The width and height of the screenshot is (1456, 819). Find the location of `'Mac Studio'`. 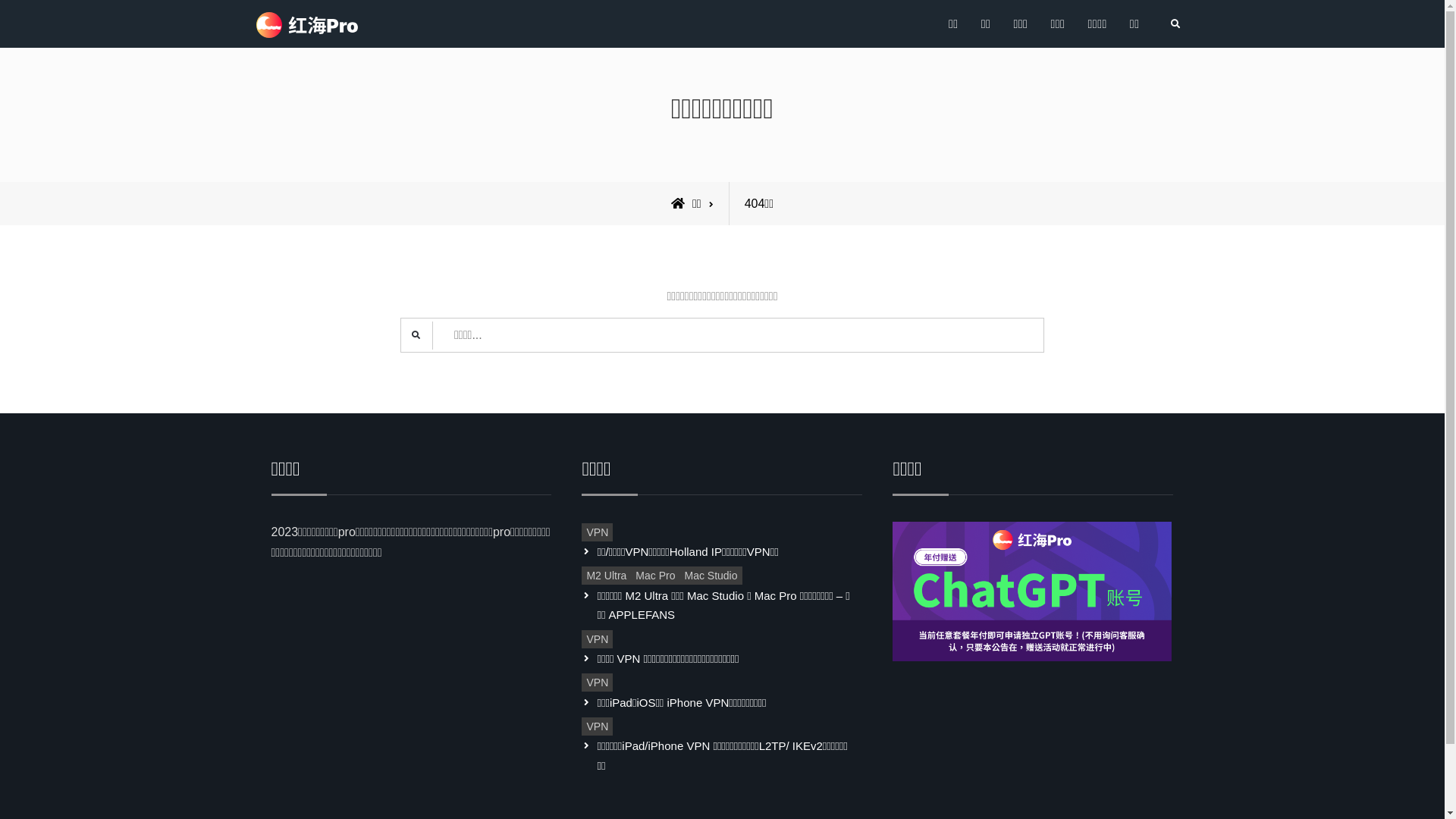

'Mac Studio' is located at coordinates (709, 576).